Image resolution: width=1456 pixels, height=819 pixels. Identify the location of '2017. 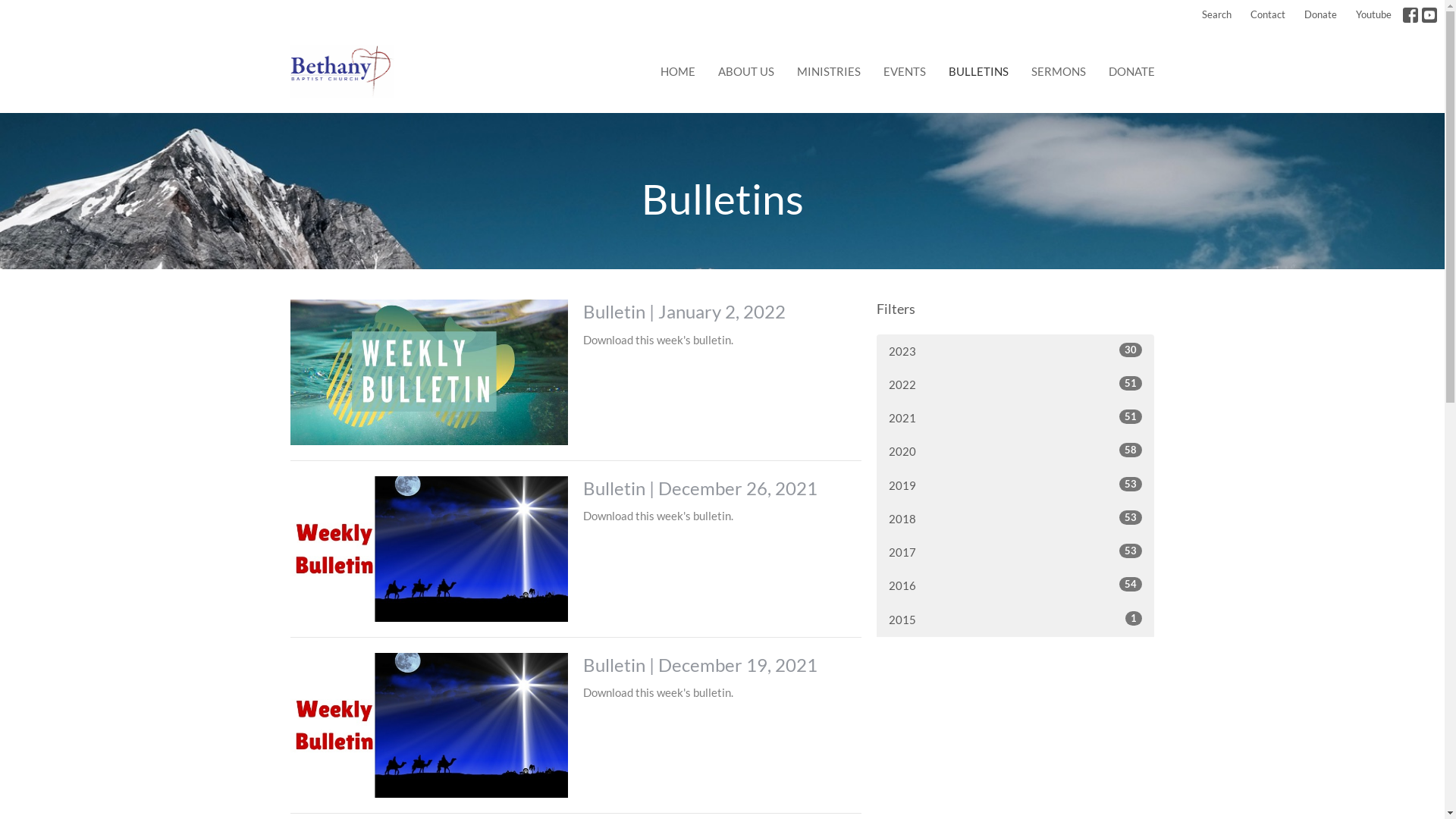
(1015, 552).